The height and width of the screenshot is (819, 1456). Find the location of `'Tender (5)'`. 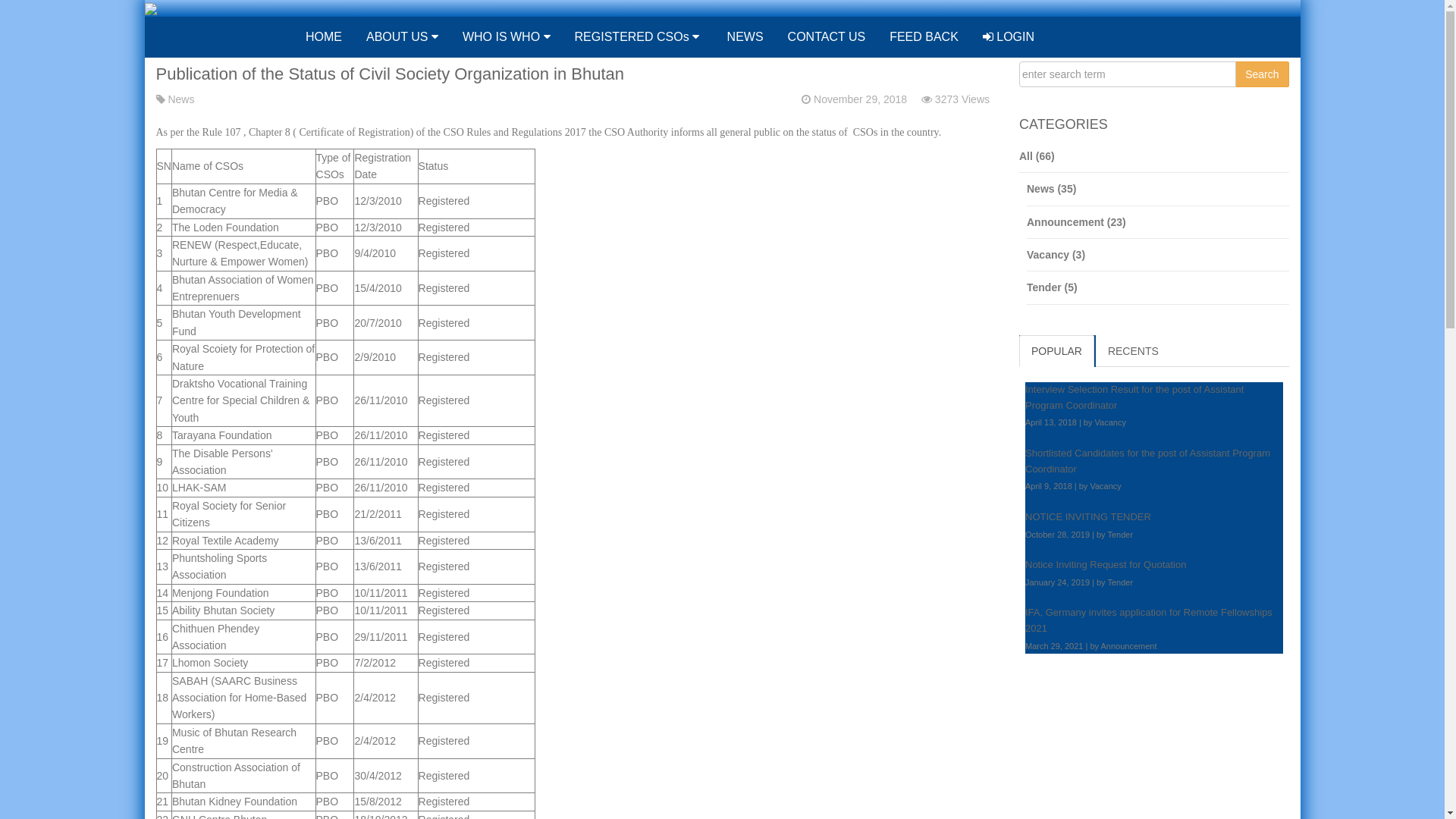

'Tender (5)' is located at coordinates (1026, 287).